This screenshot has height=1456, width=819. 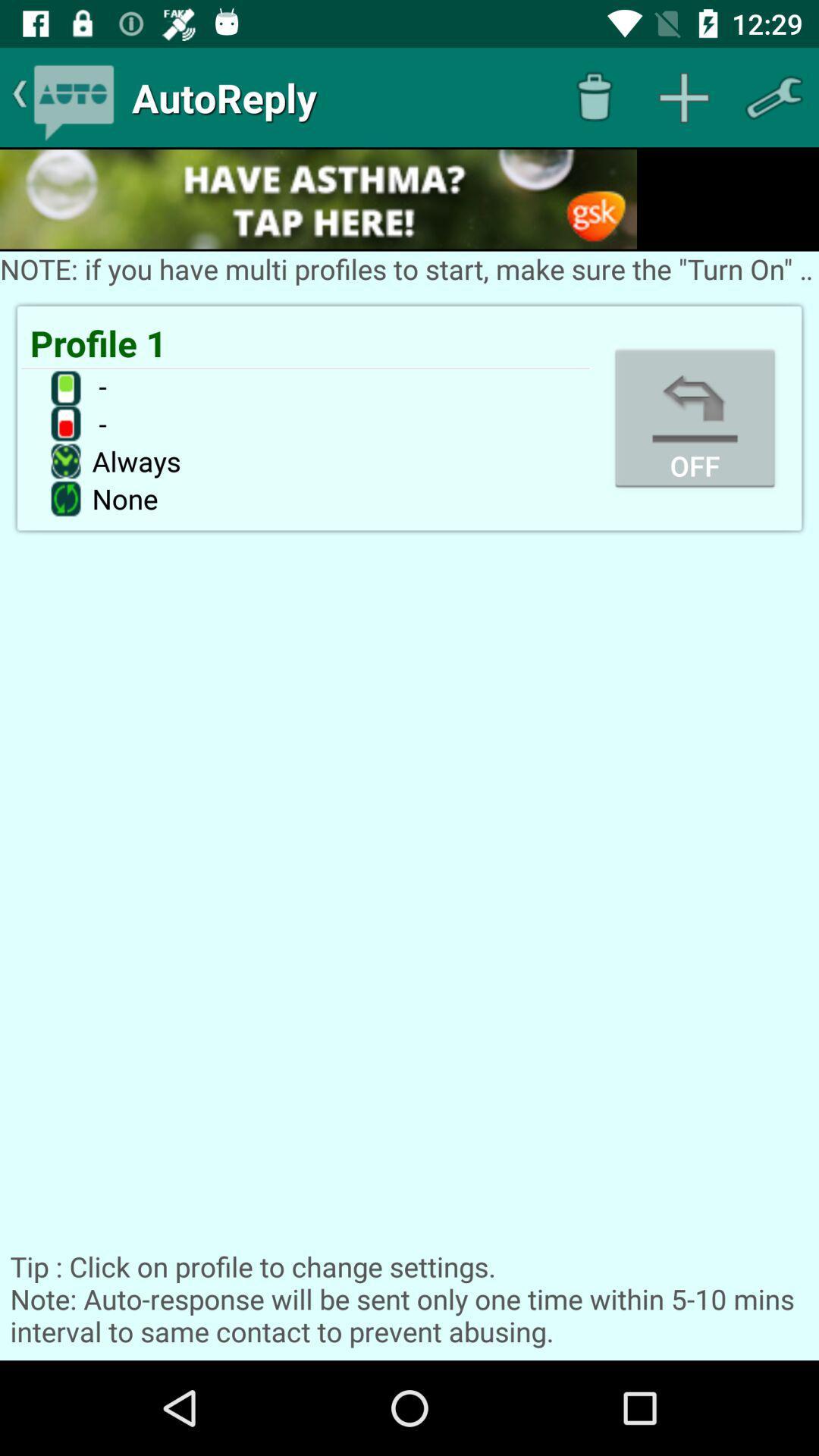 I want to click on its an advertisement, so click(x=318, y=198).